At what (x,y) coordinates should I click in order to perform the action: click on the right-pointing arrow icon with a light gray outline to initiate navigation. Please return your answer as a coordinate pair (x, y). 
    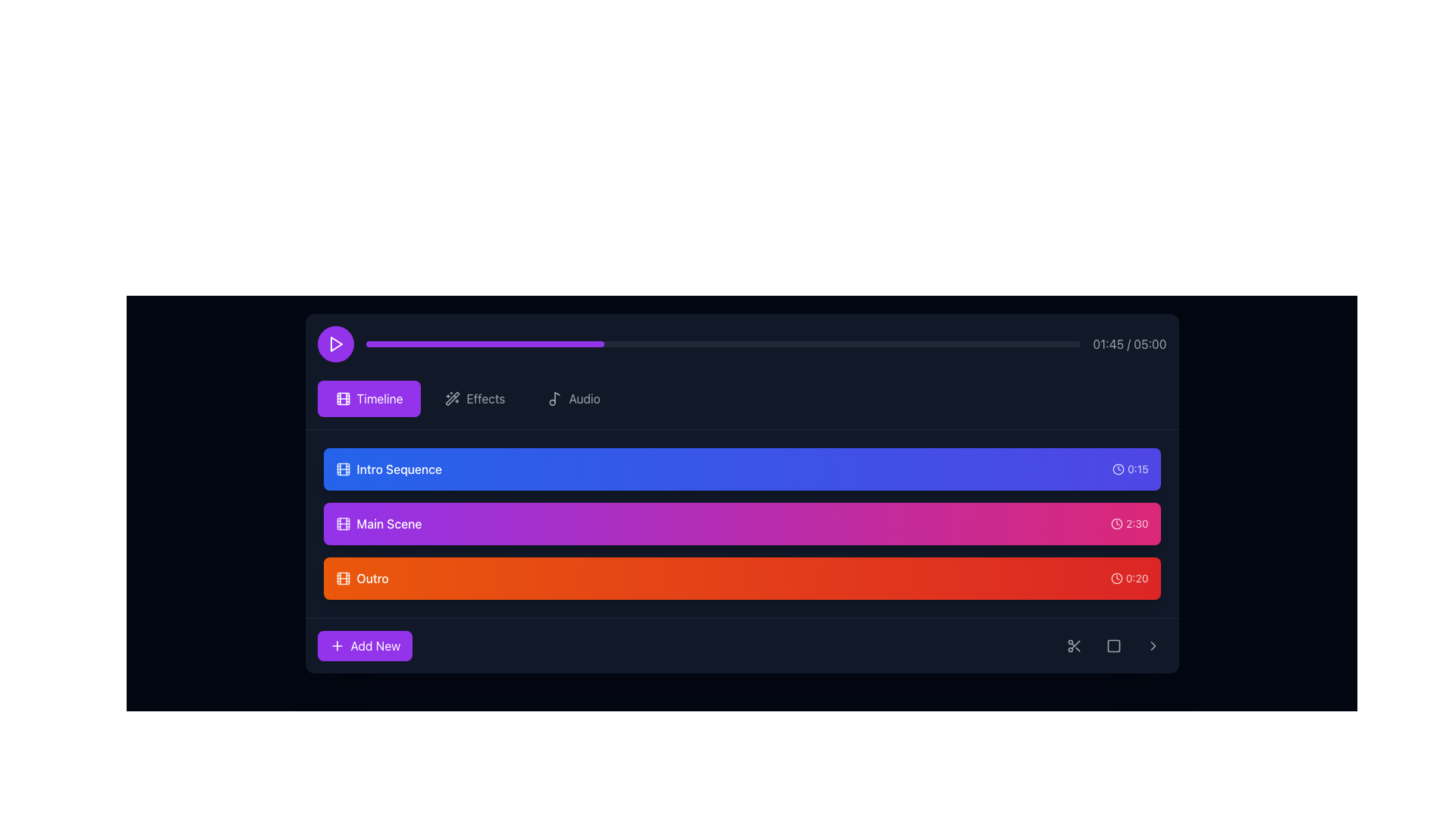
    Looking at the image, I should click on (1153, 646).